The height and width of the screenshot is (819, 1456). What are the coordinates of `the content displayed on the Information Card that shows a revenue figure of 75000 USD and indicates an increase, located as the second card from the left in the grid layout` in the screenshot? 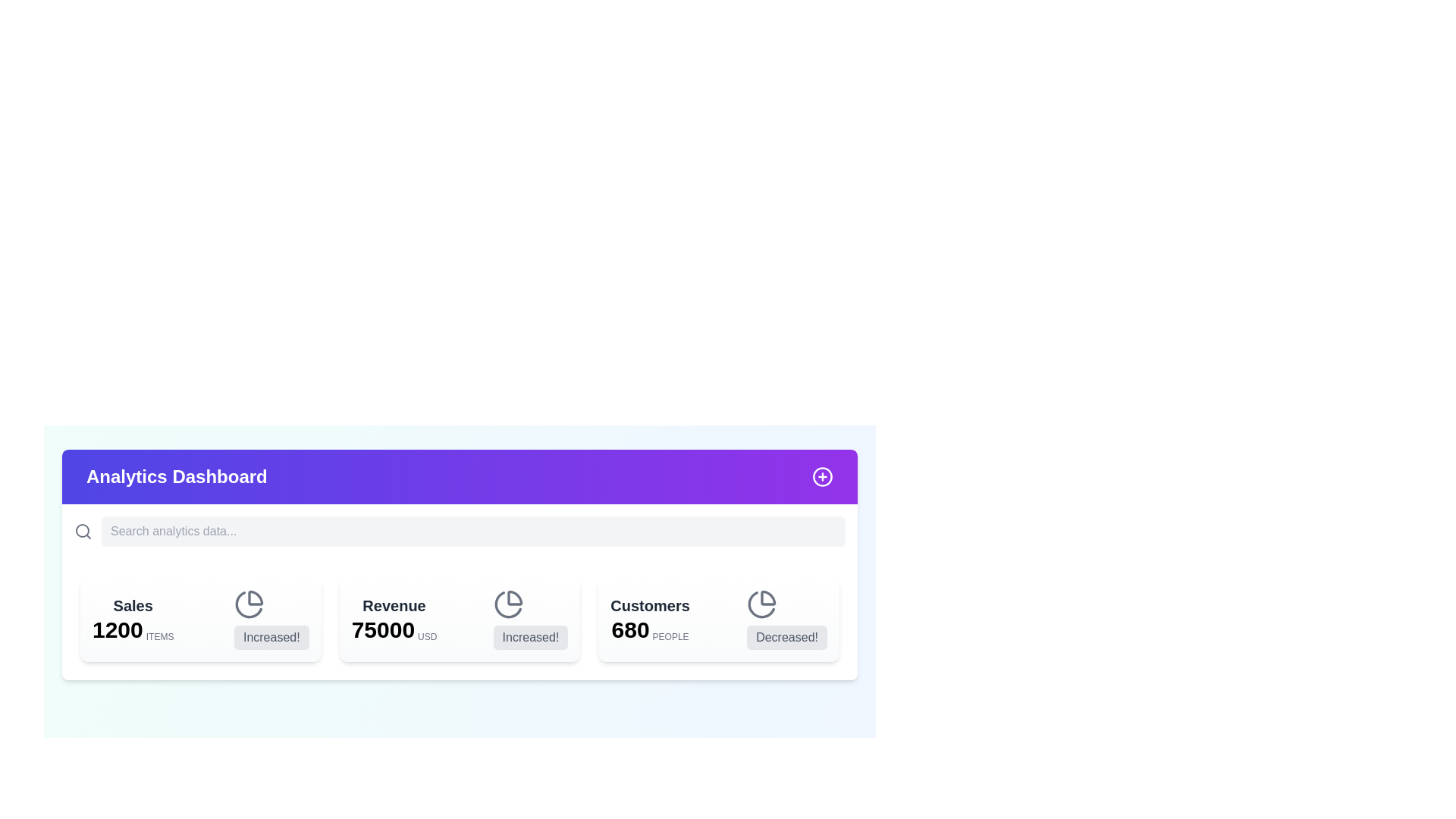 It's located at (459, 620).